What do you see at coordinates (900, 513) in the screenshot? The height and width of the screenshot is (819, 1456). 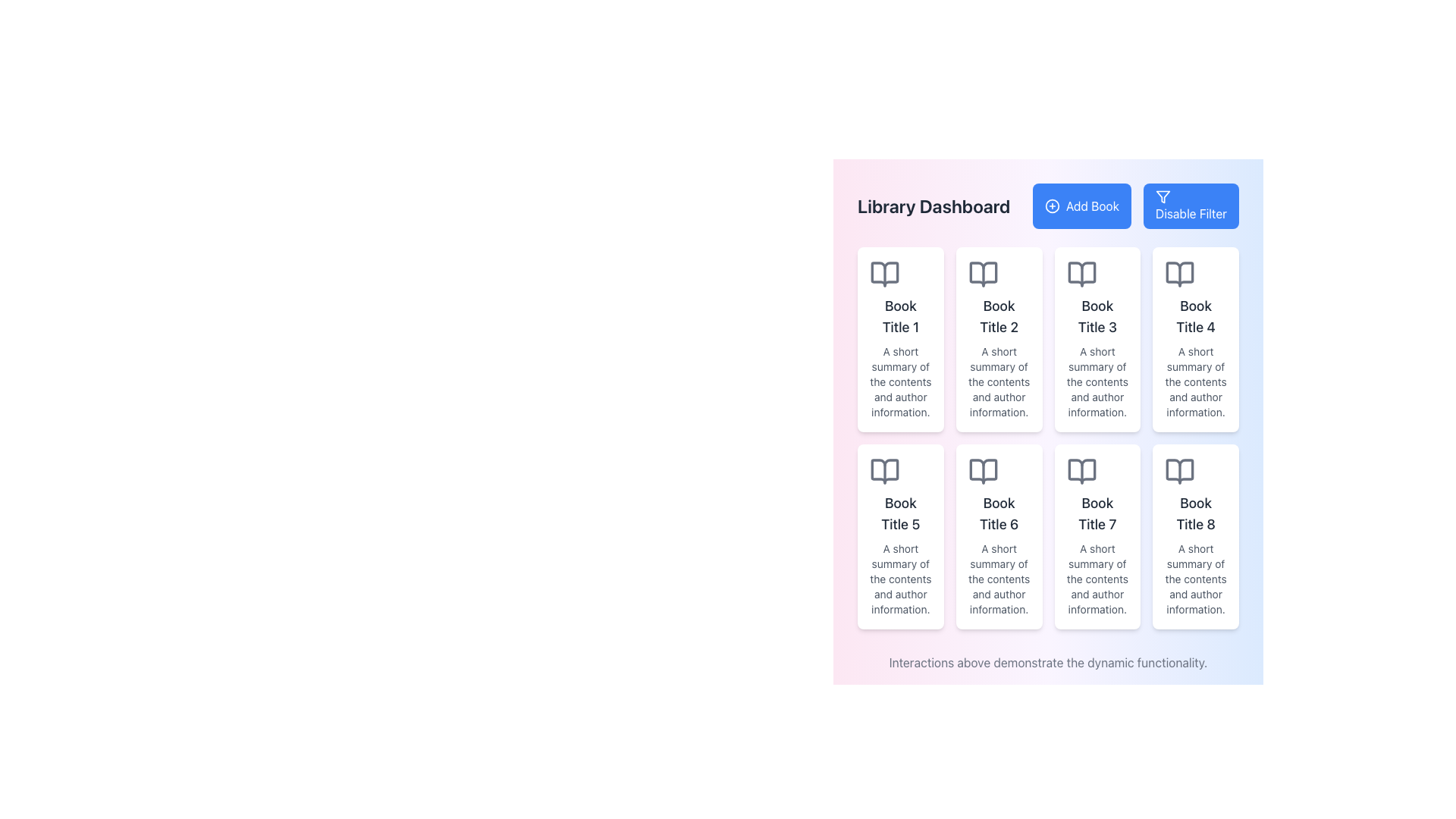 I see `title text of the fifth book entry in the library dashboard, which is located above a descriptive text and below an open book icon` at bounding box center [900, 513].